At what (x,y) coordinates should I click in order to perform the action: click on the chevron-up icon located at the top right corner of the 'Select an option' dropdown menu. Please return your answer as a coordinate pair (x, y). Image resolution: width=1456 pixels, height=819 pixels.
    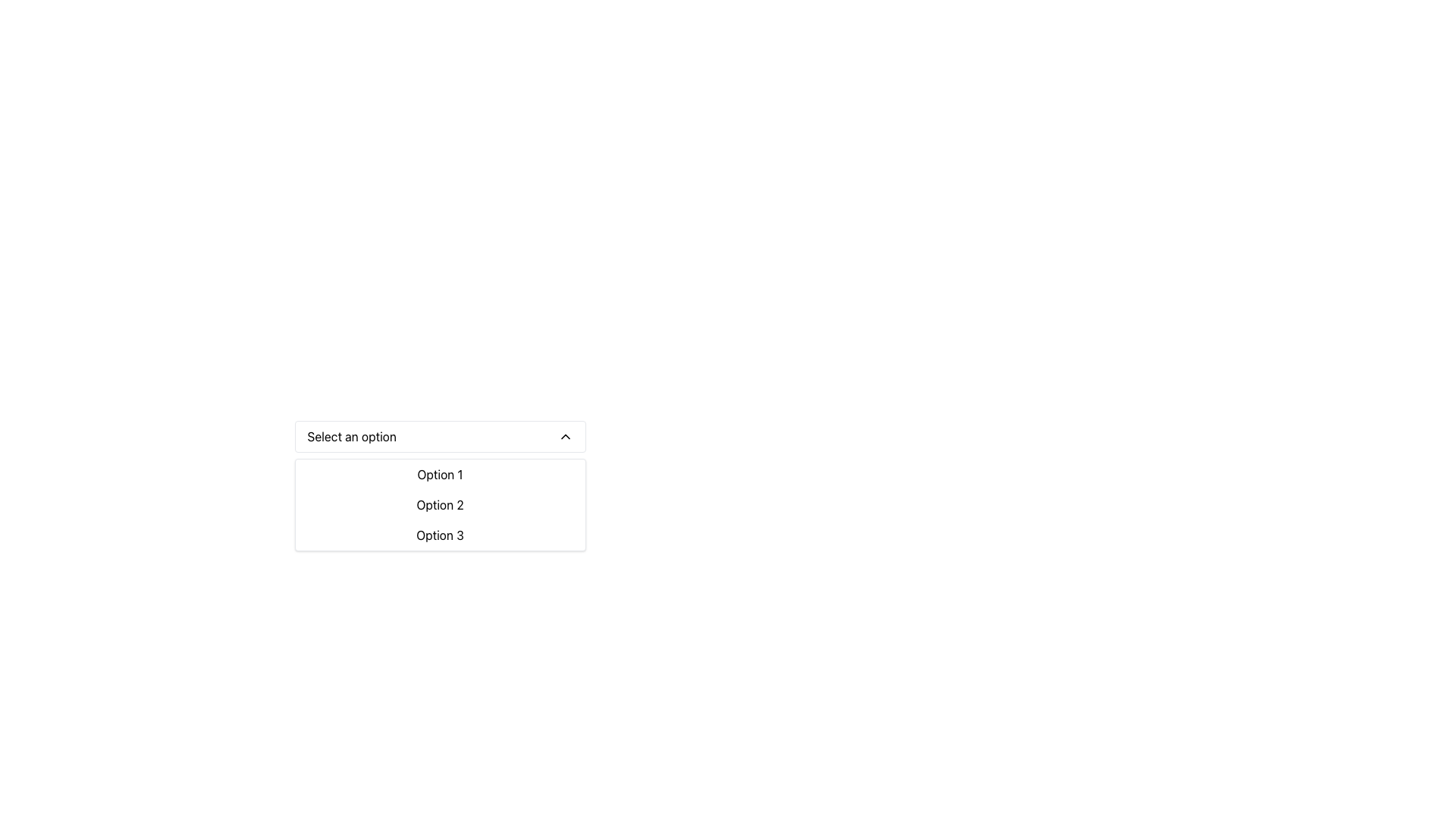
    Looking at the image, I should click on (564, 436).